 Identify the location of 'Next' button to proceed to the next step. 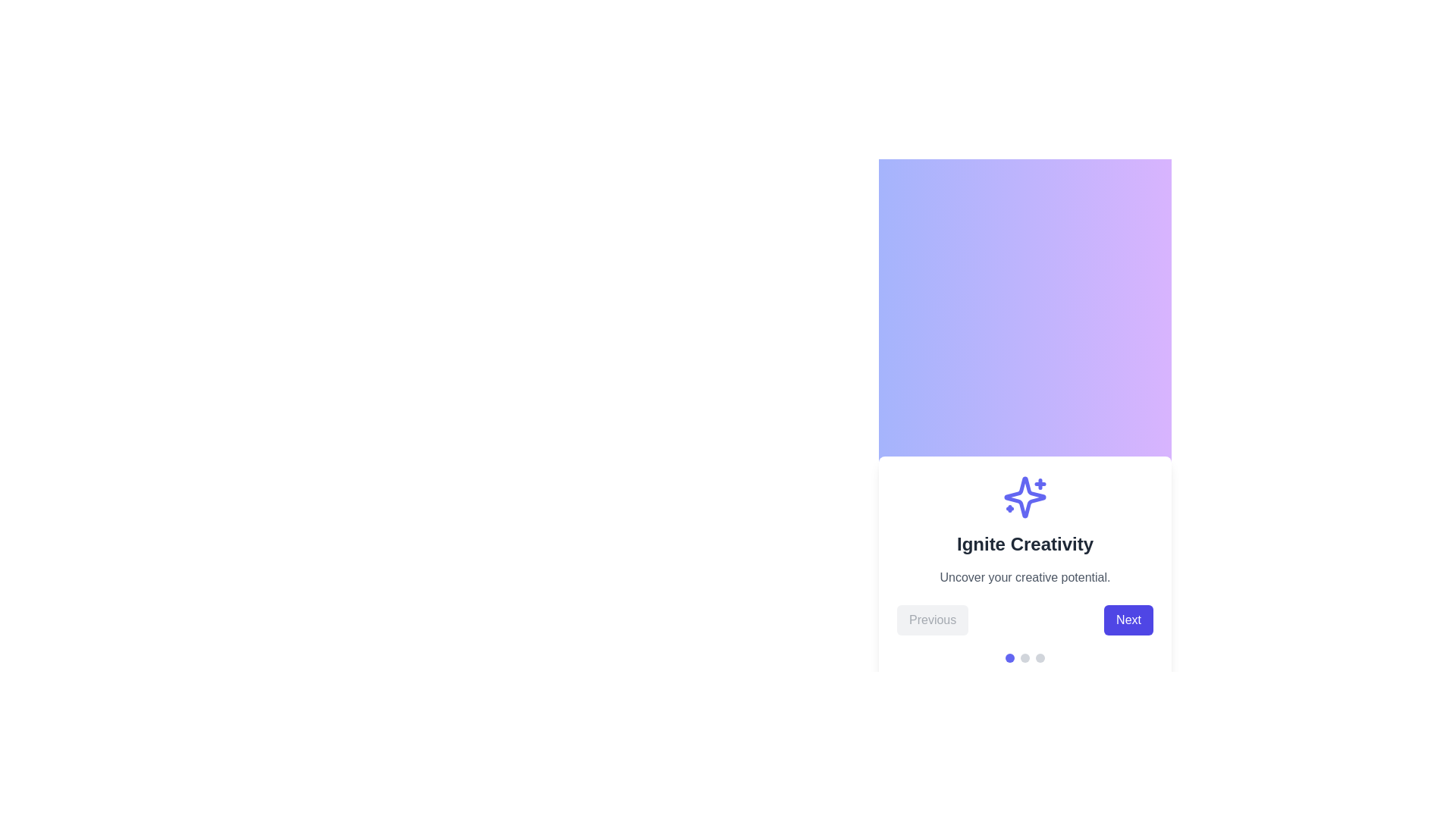
(1128, 620).